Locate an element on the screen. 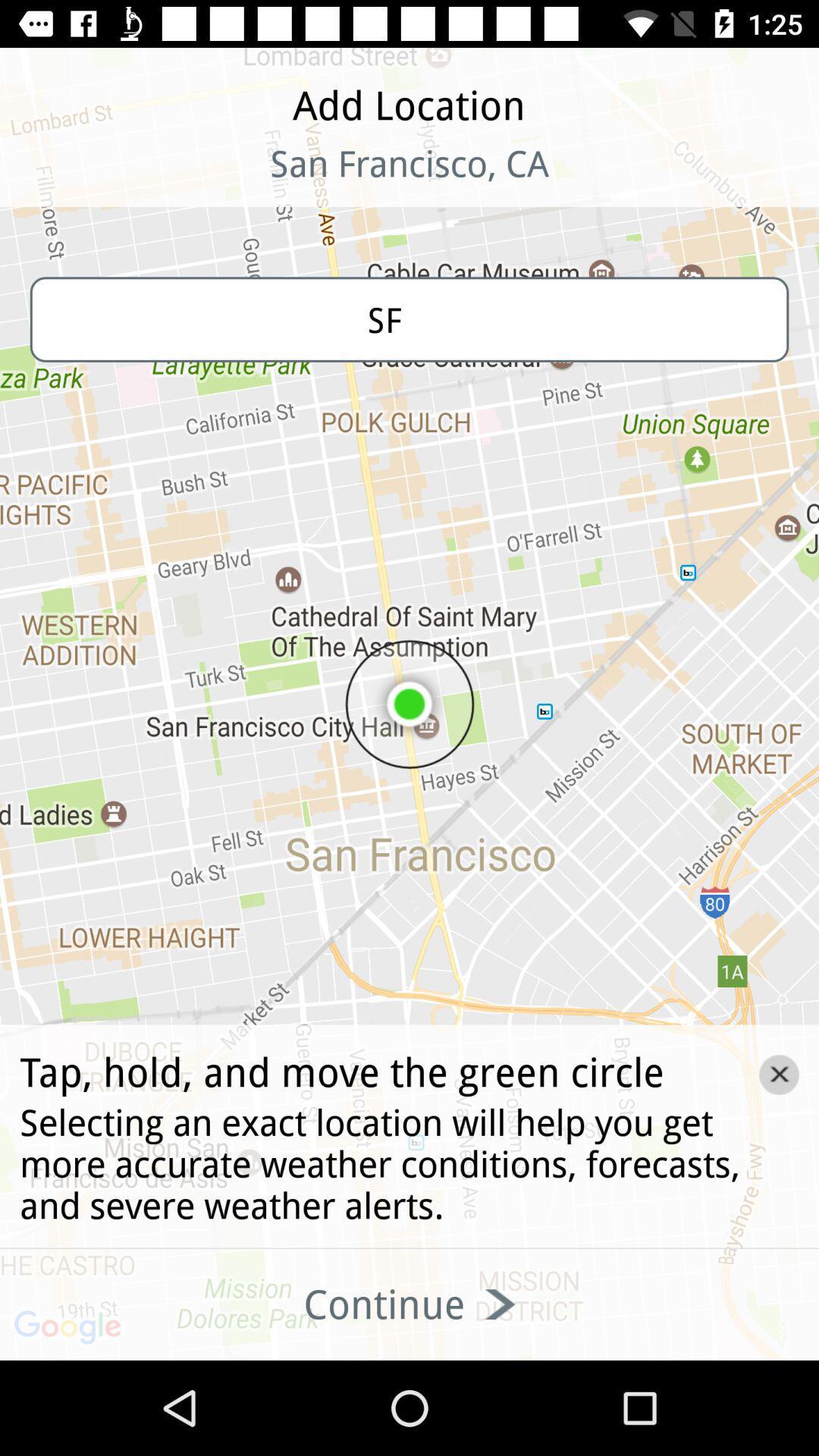 Image resolution: width=819 pixels, height=1456 pixels. item above tap hold and item is located at coordinates (409, 318).